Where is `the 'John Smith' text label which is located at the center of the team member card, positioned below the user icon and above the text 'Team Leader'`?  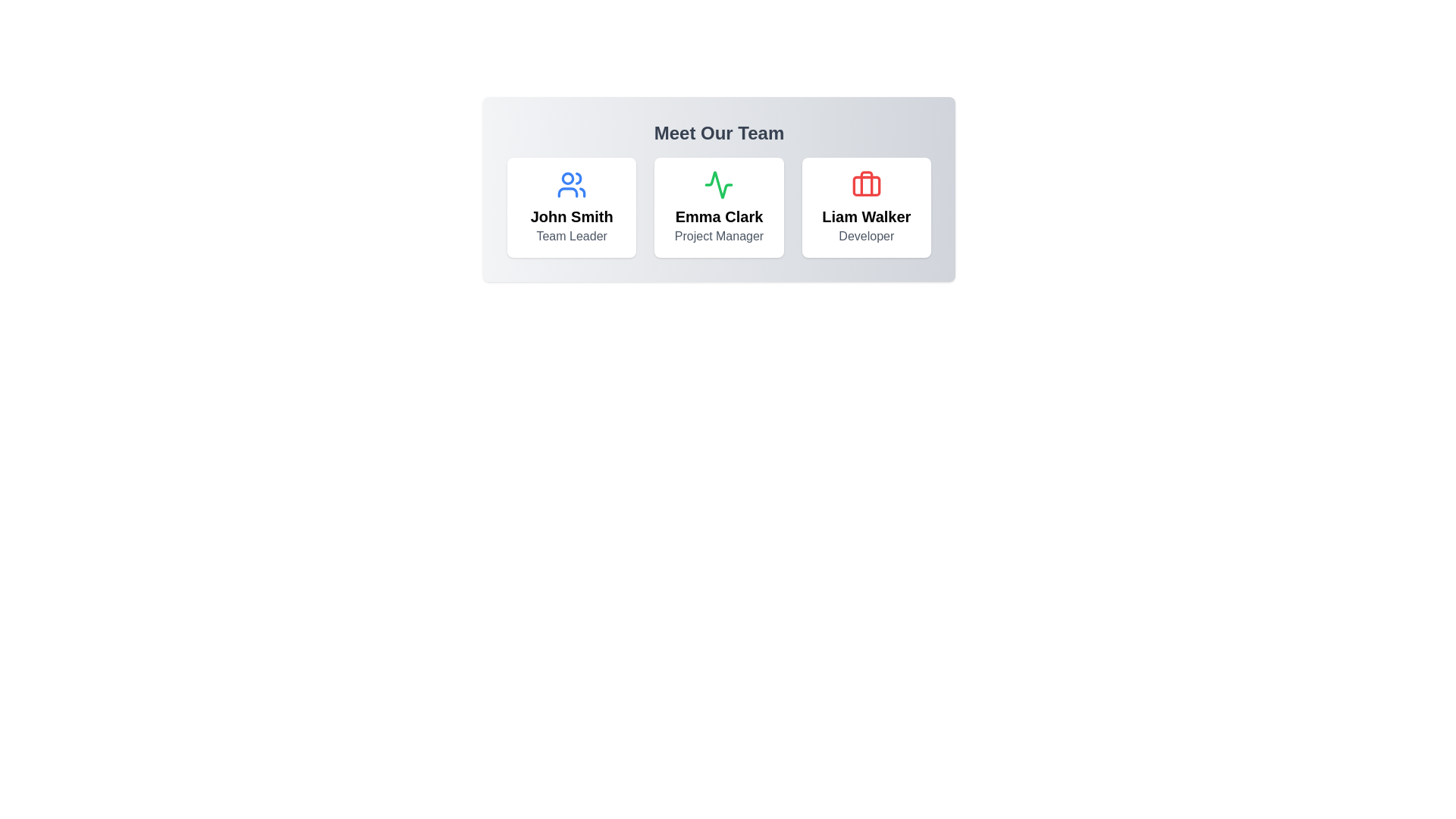
the 'John Smith' text label which is located at the center of the team member card, positioned below the user icon and above the text 'Team Leader' is located at coordinates (571, 216).